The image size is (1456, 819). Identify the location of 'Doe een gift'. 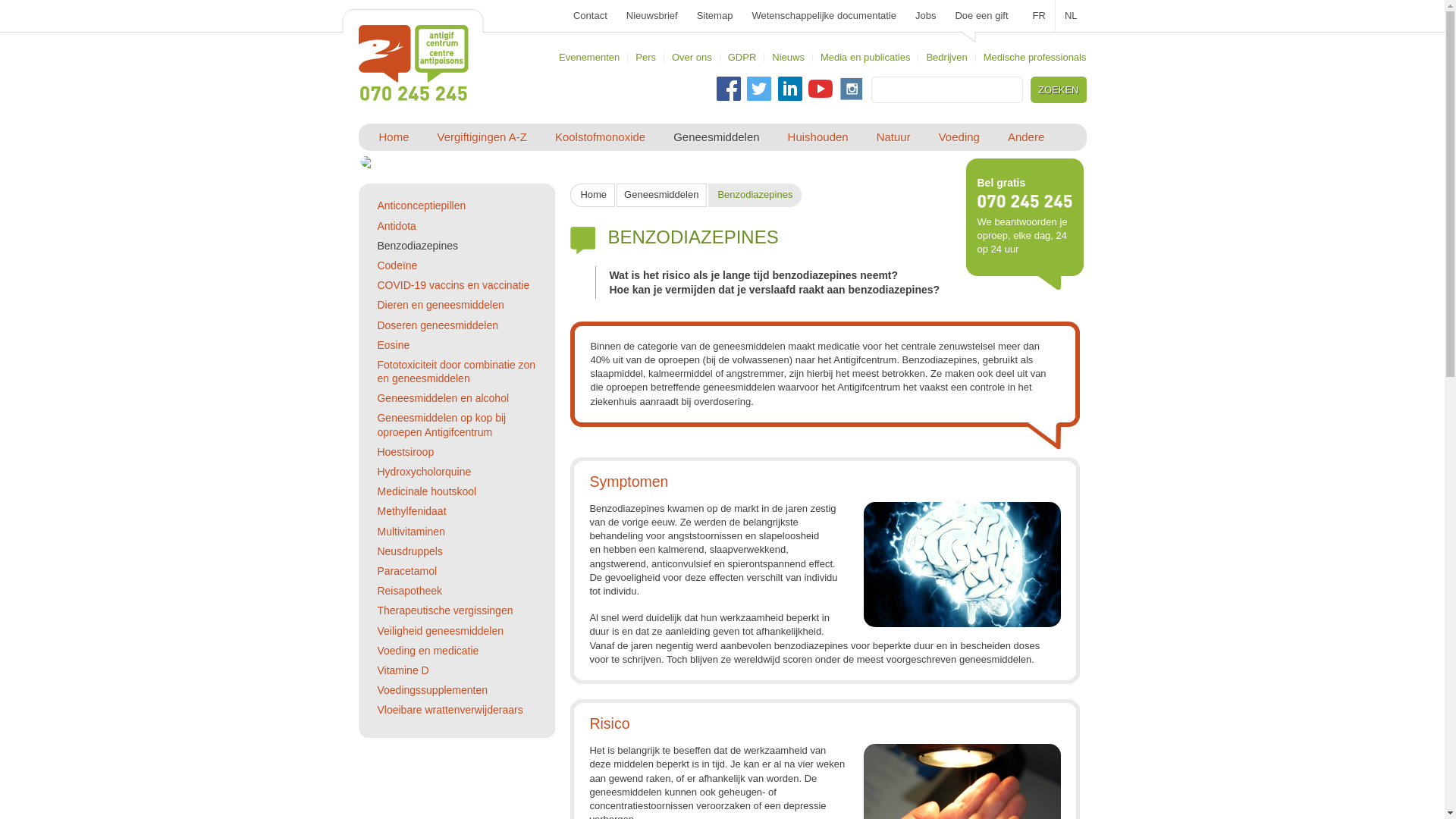
(981, 15).